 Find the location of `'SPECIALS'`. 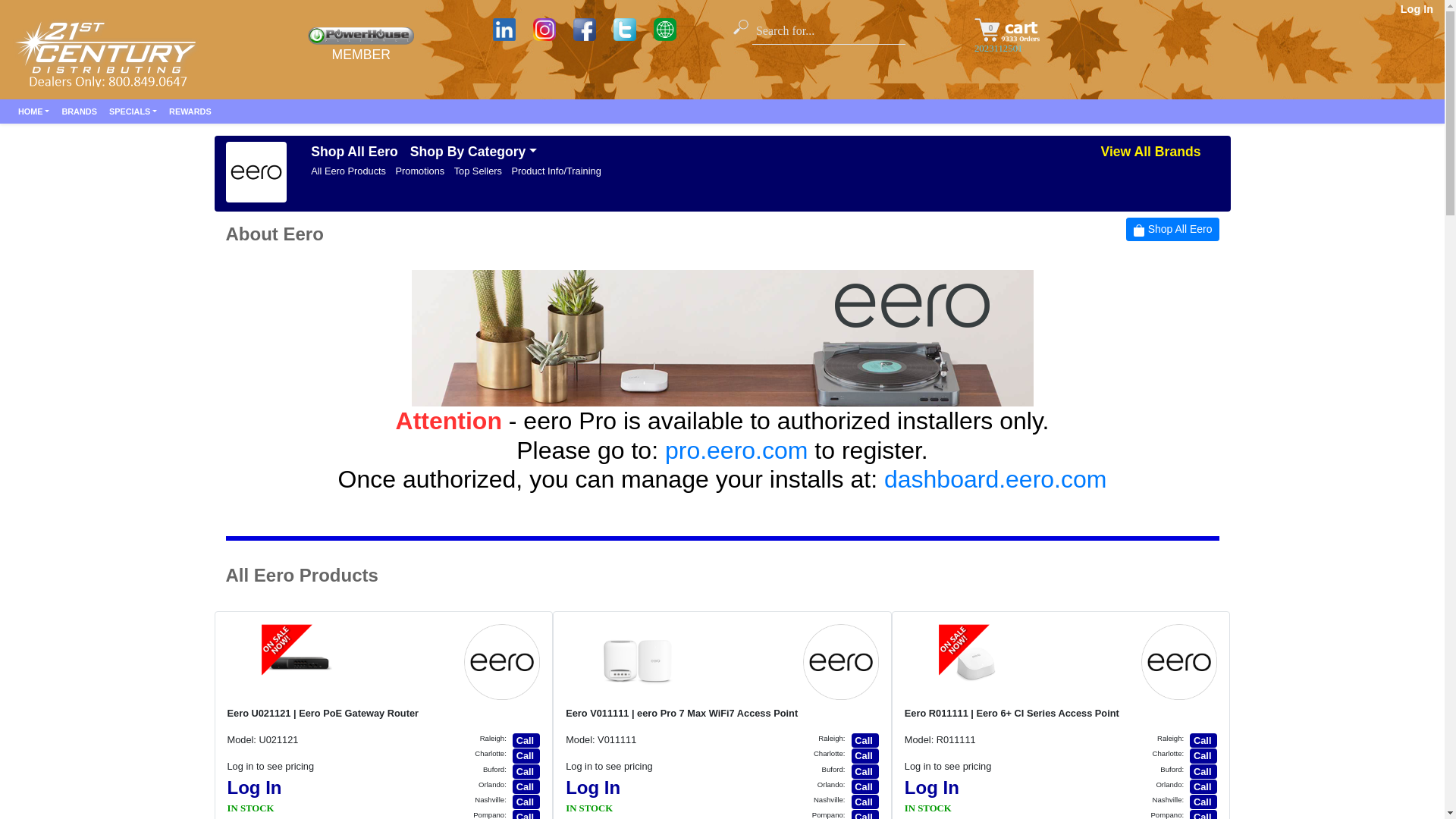

'SPECIALS' is located at coordinates (133, 110).